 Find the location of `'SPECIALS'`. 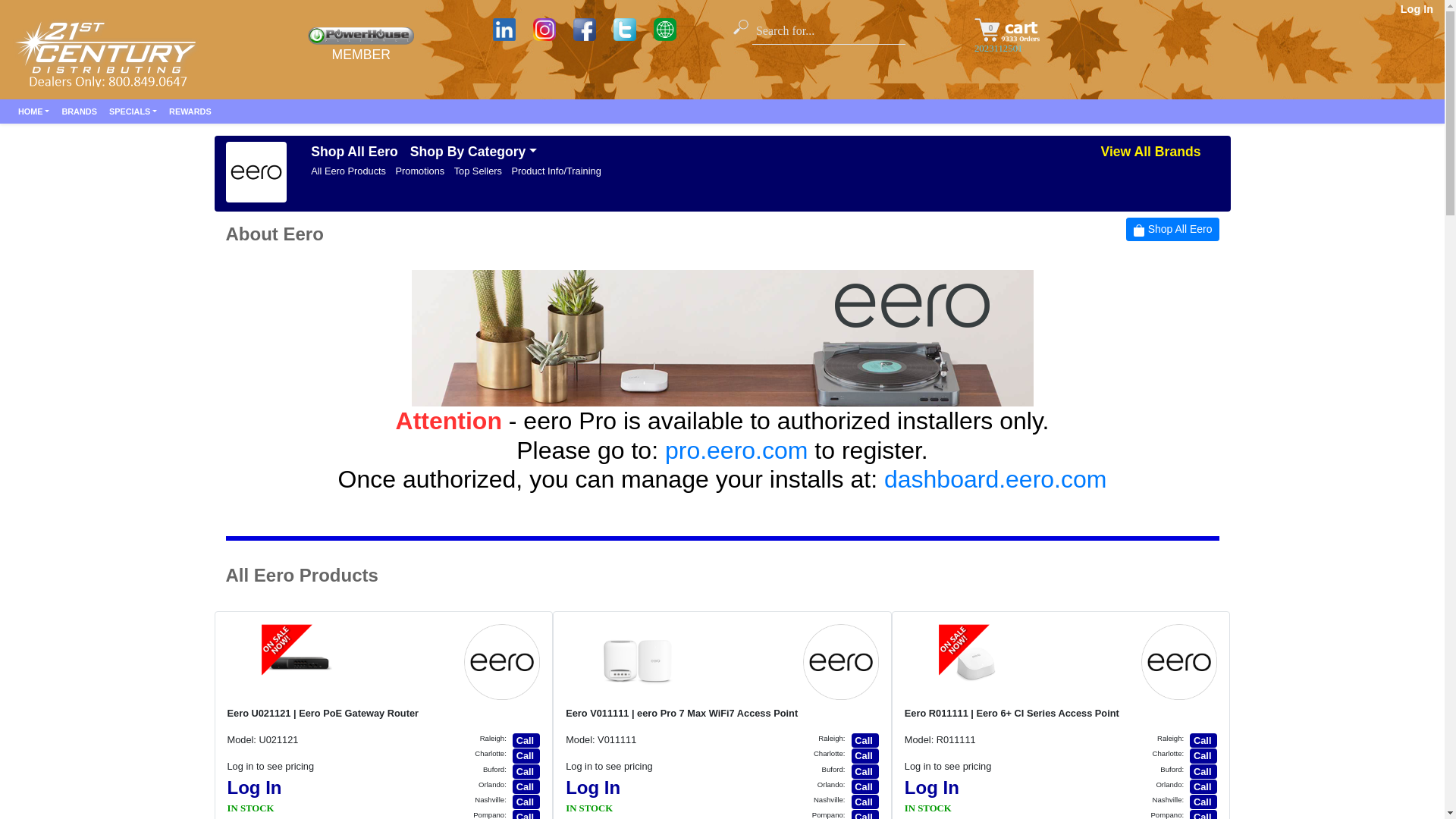

'SPECIALS' is located at coordinates (133, 110).